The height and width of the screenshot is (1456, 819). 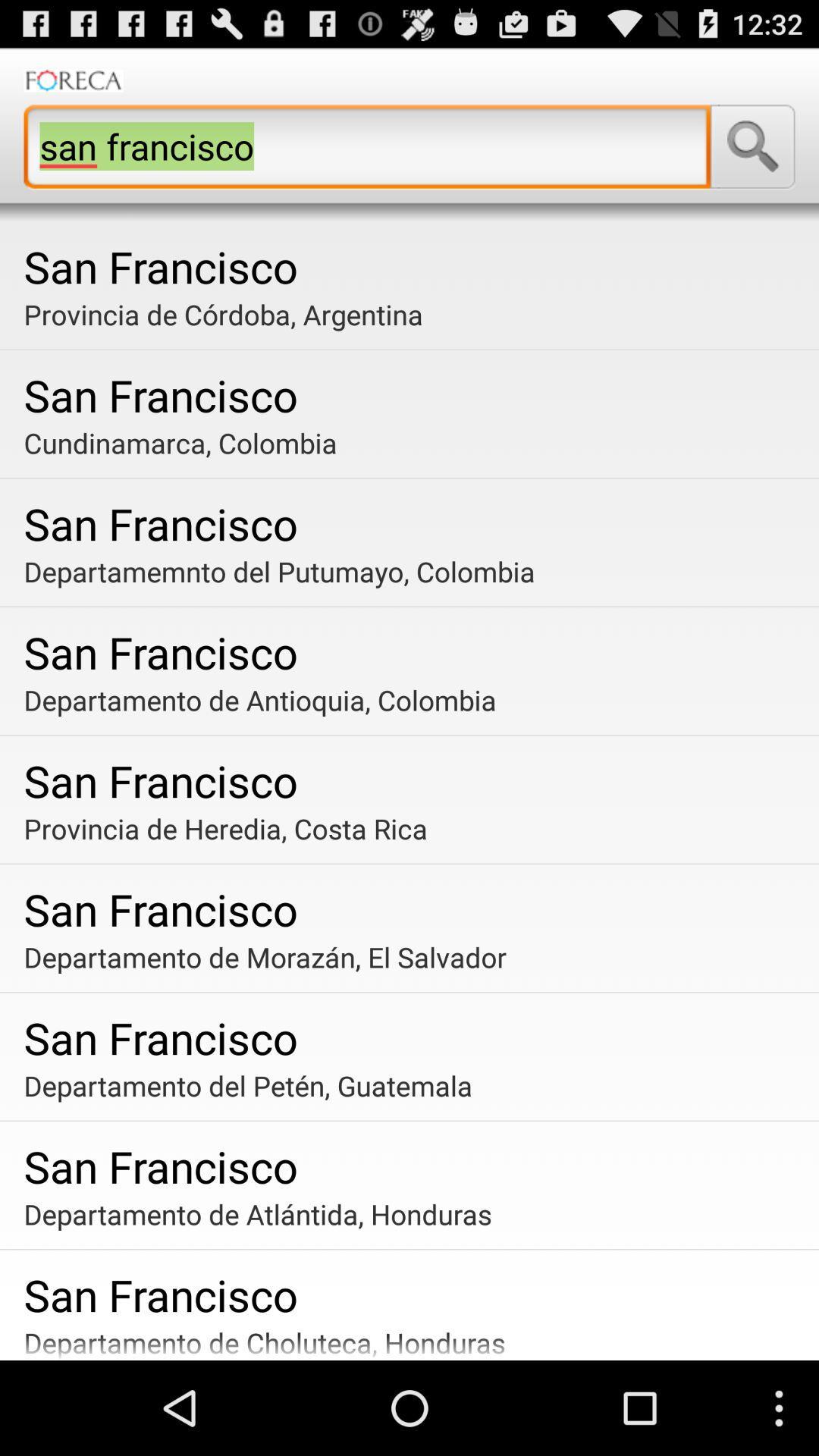 What do you see at coordinates (415, 570) in the screenshot?
I see `the departamemnto del putumayo` at bounding box center [415, 570].